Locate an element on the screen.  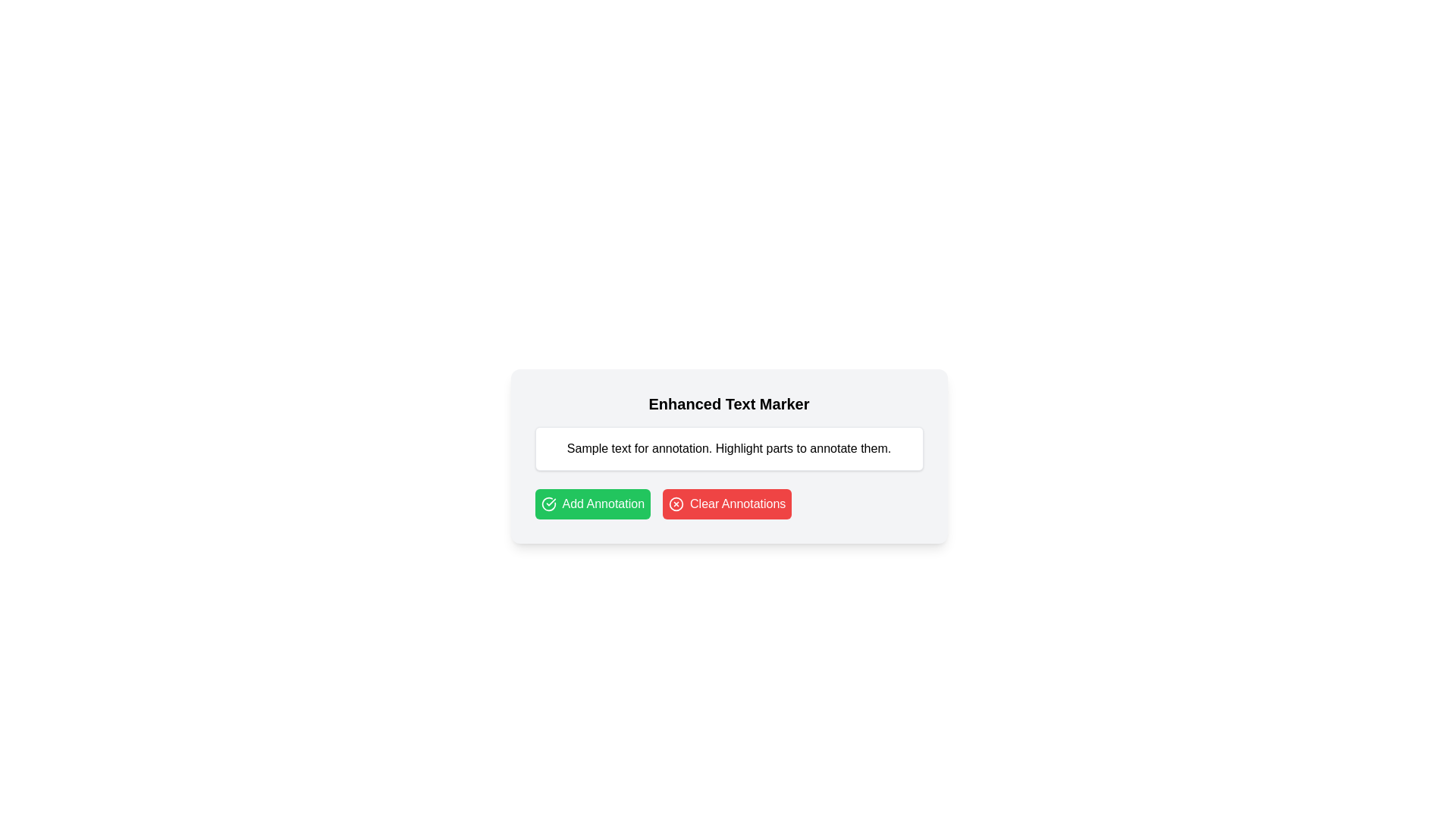
the character 'e' in the word 'Sample' within the displayed text 'Sample text for annotation. Highlight parts to annotate them.' is located at coordinates (604, 447).